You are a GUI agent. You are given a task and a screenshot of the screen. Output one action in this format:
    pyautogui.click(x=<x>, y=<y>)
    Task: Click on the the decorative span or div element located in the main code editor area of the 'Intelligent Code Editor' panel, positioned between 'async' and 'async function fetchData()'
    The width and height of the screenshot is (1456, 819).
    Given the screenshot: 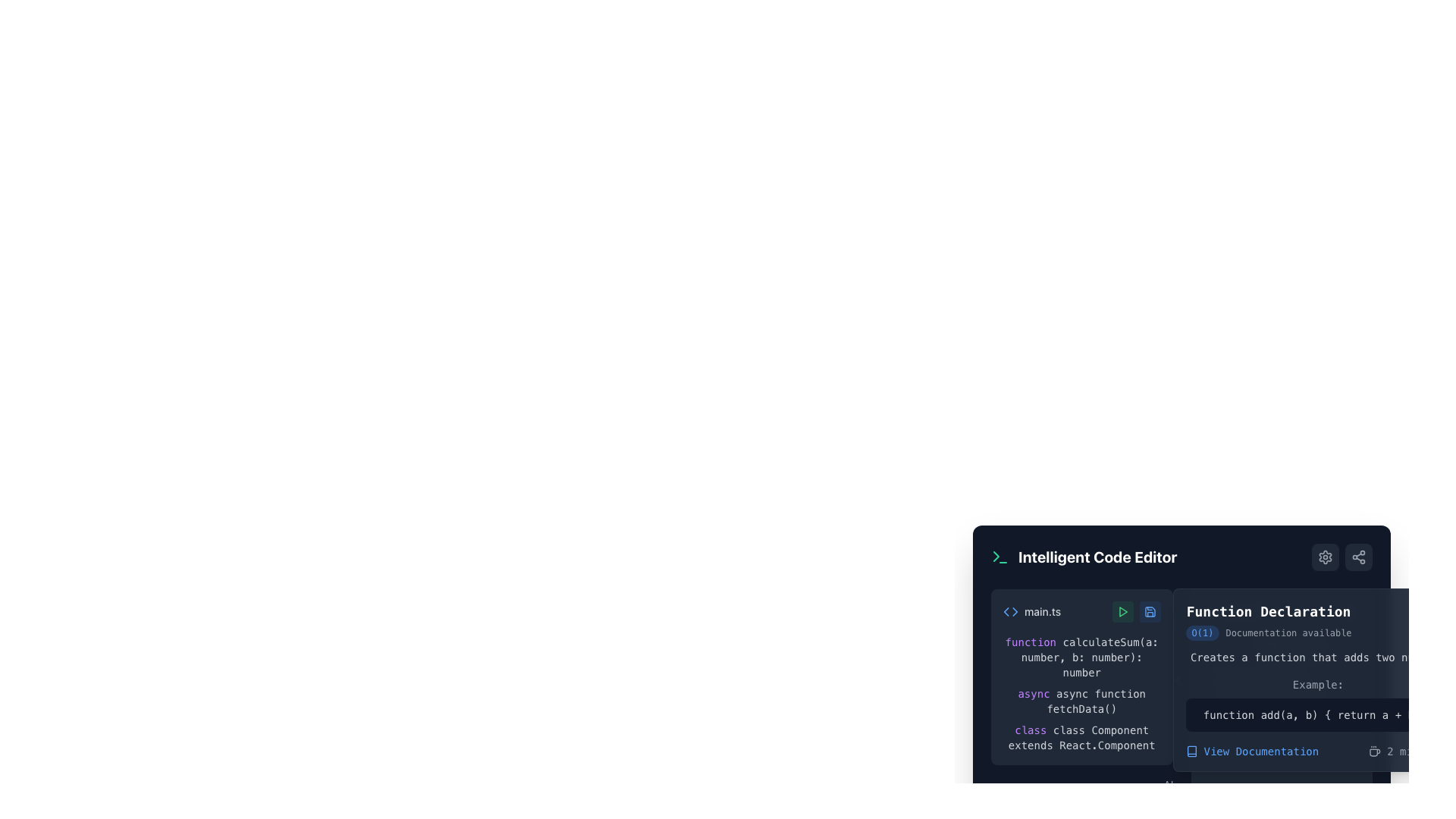 What is the action you would take?
    pyautogui.click(x=1052, y=693)
    